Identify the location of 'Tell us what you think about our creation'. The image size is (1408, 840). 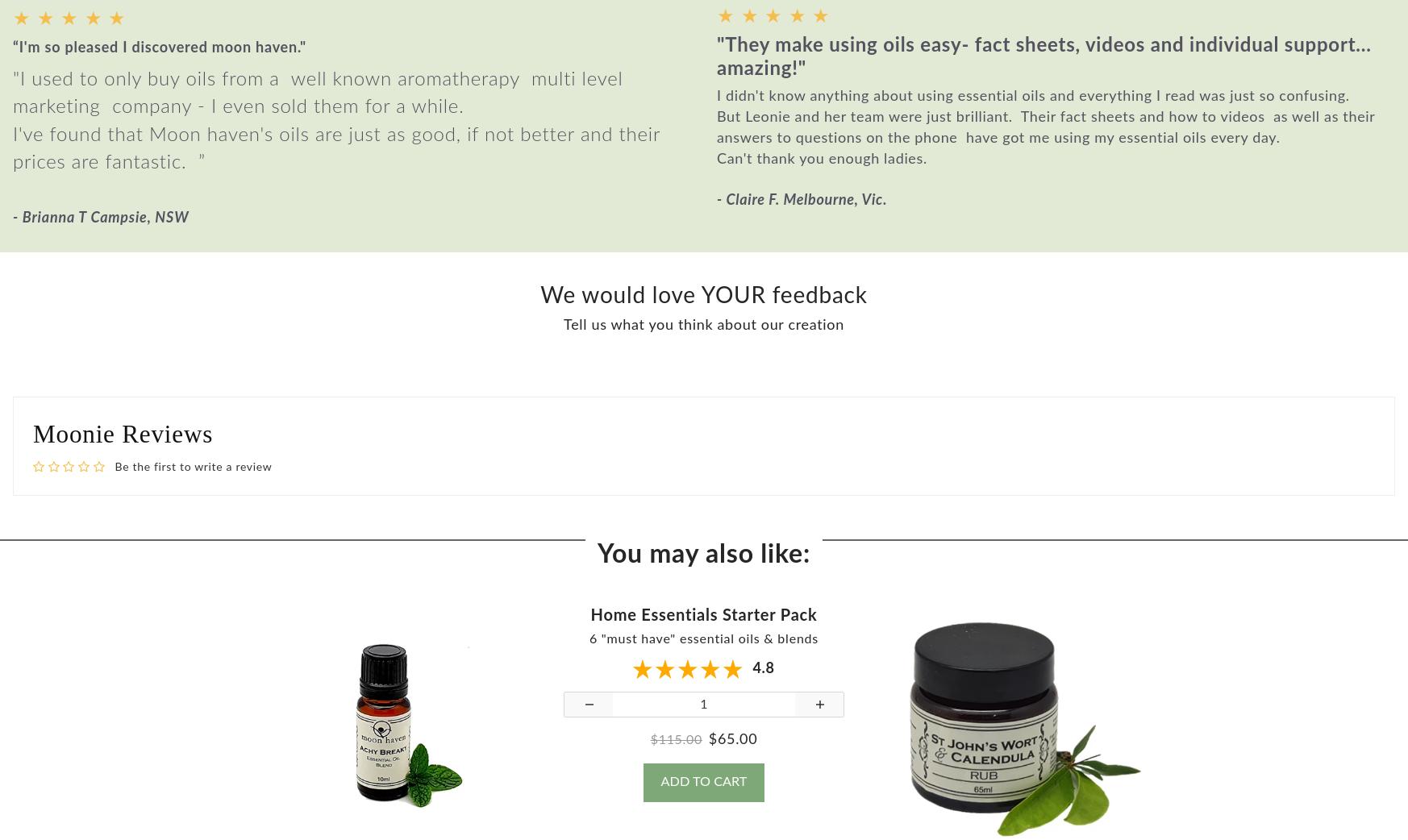
(703, 336).